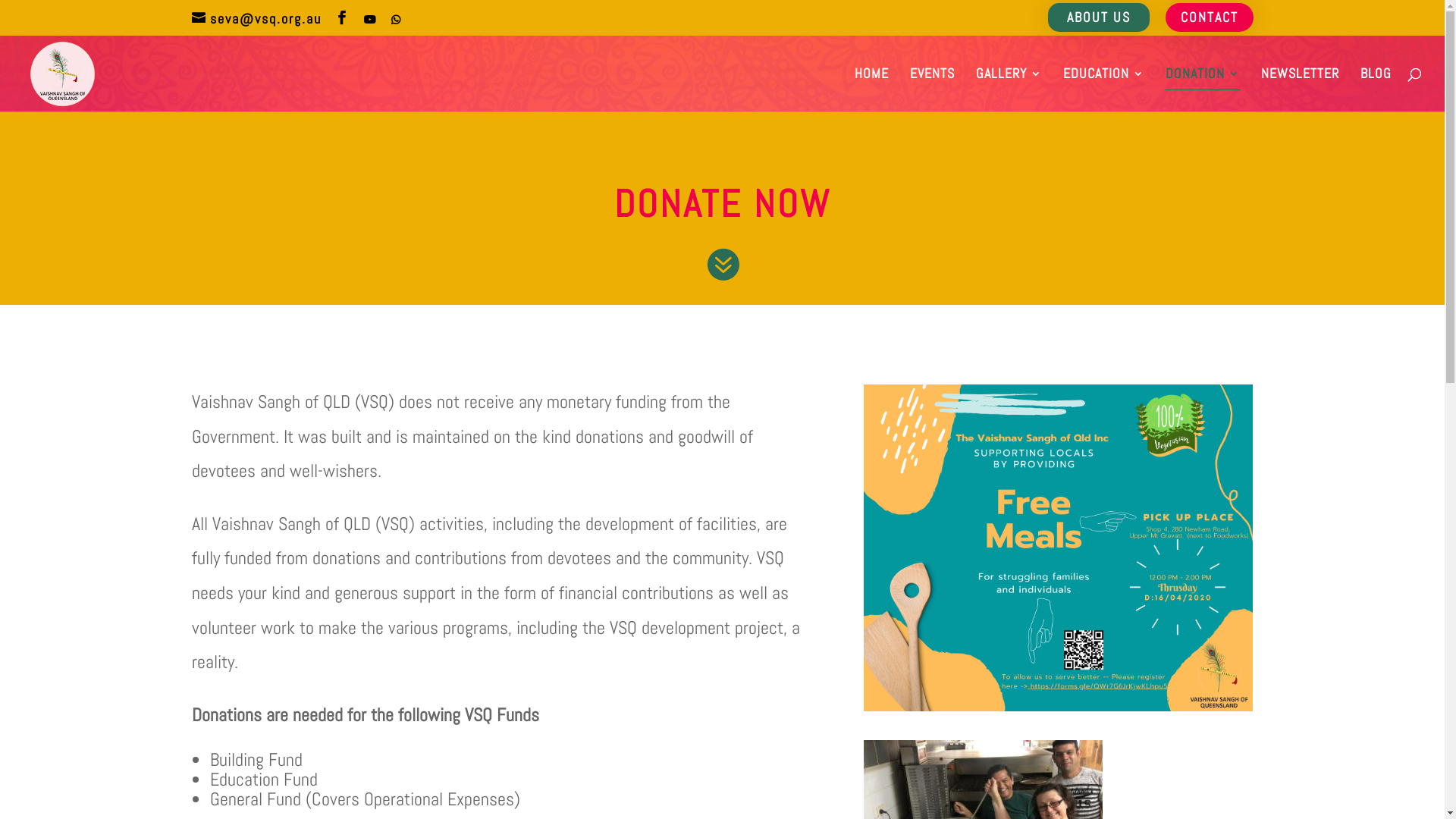  What do you see at coordinates (1047, 17) in the screenshot?
I see `'ABOUT US'` at bounding box center [1047, 17].